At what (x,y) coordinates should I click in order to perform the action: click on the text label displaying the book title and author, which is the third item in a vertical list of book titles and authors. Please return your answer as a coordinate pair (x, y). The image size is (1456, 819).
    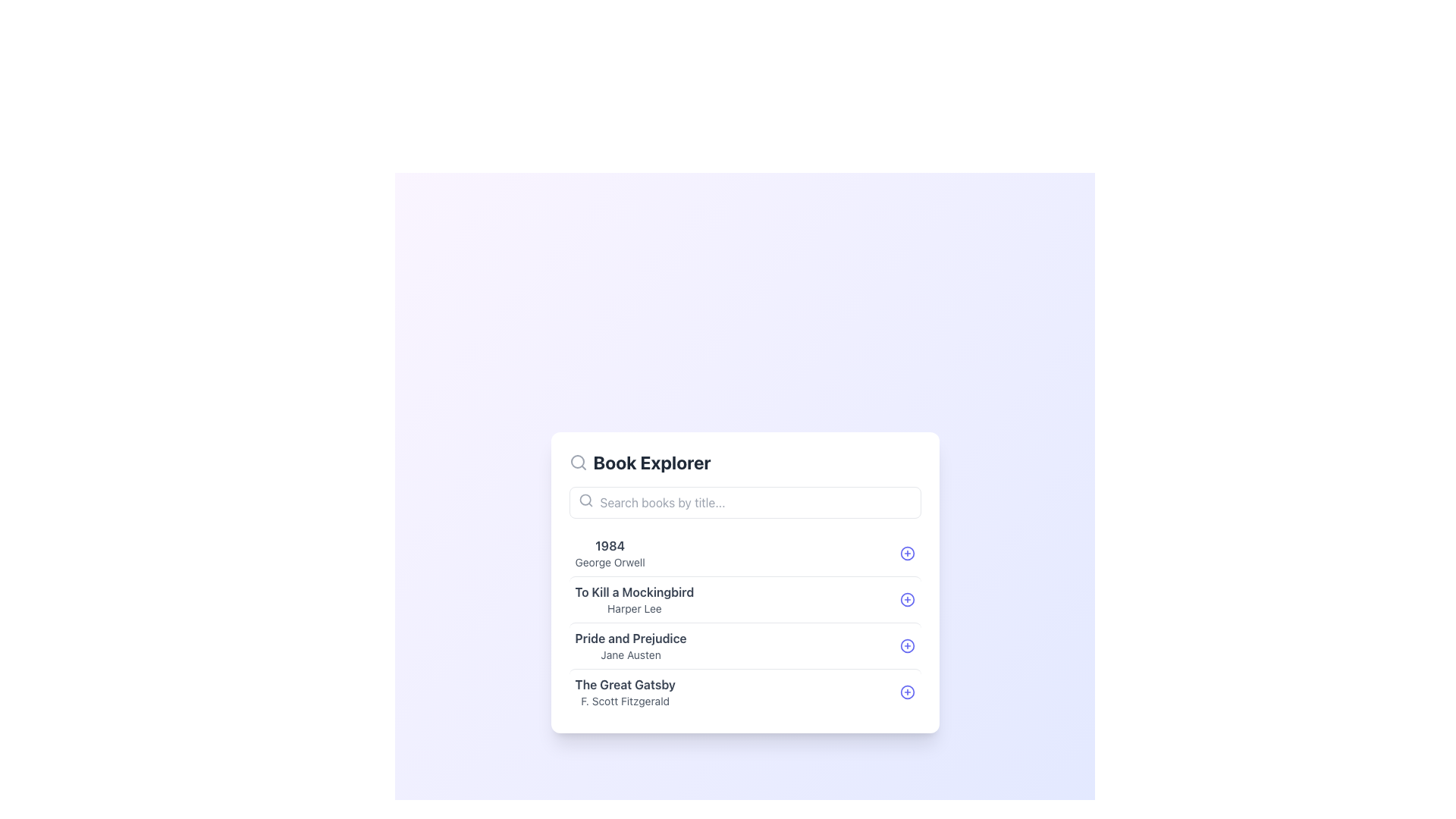
    Looking at the image, I should click on (631, 645).